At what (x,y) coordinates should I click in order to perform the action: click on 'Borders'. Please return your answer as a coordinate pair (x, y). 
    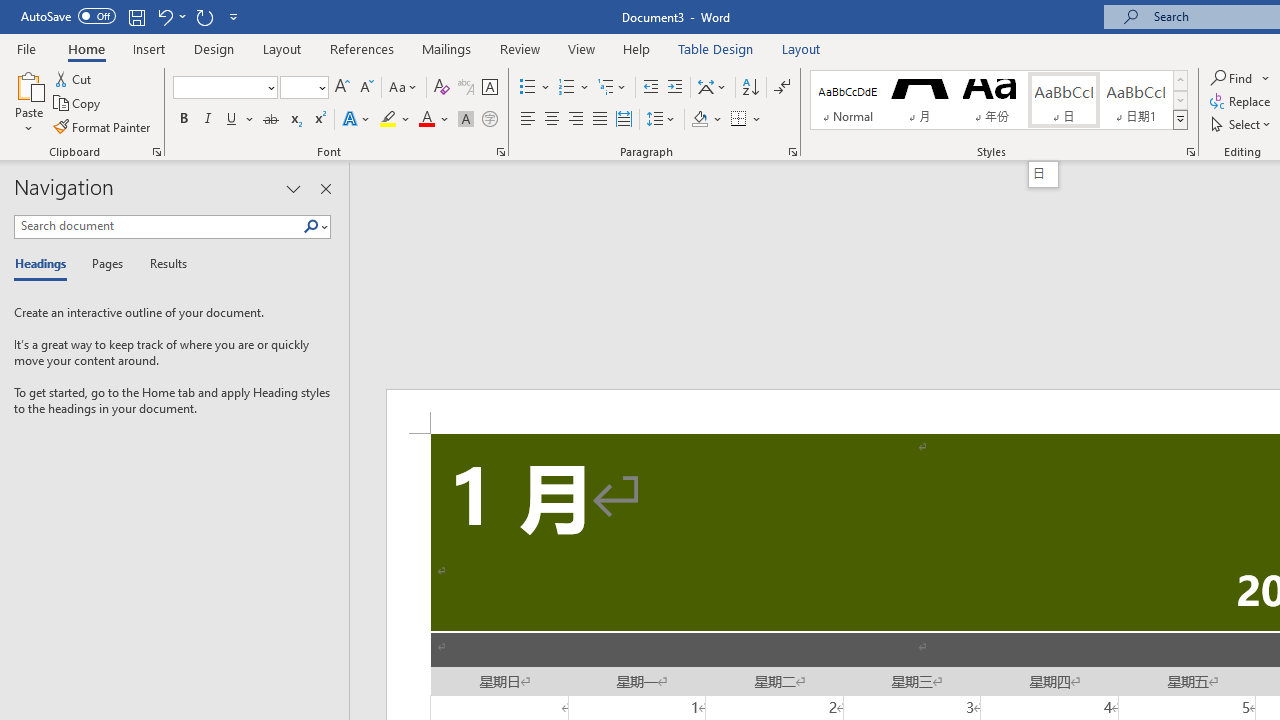
    Looking at the image, I should click on (745, 119).